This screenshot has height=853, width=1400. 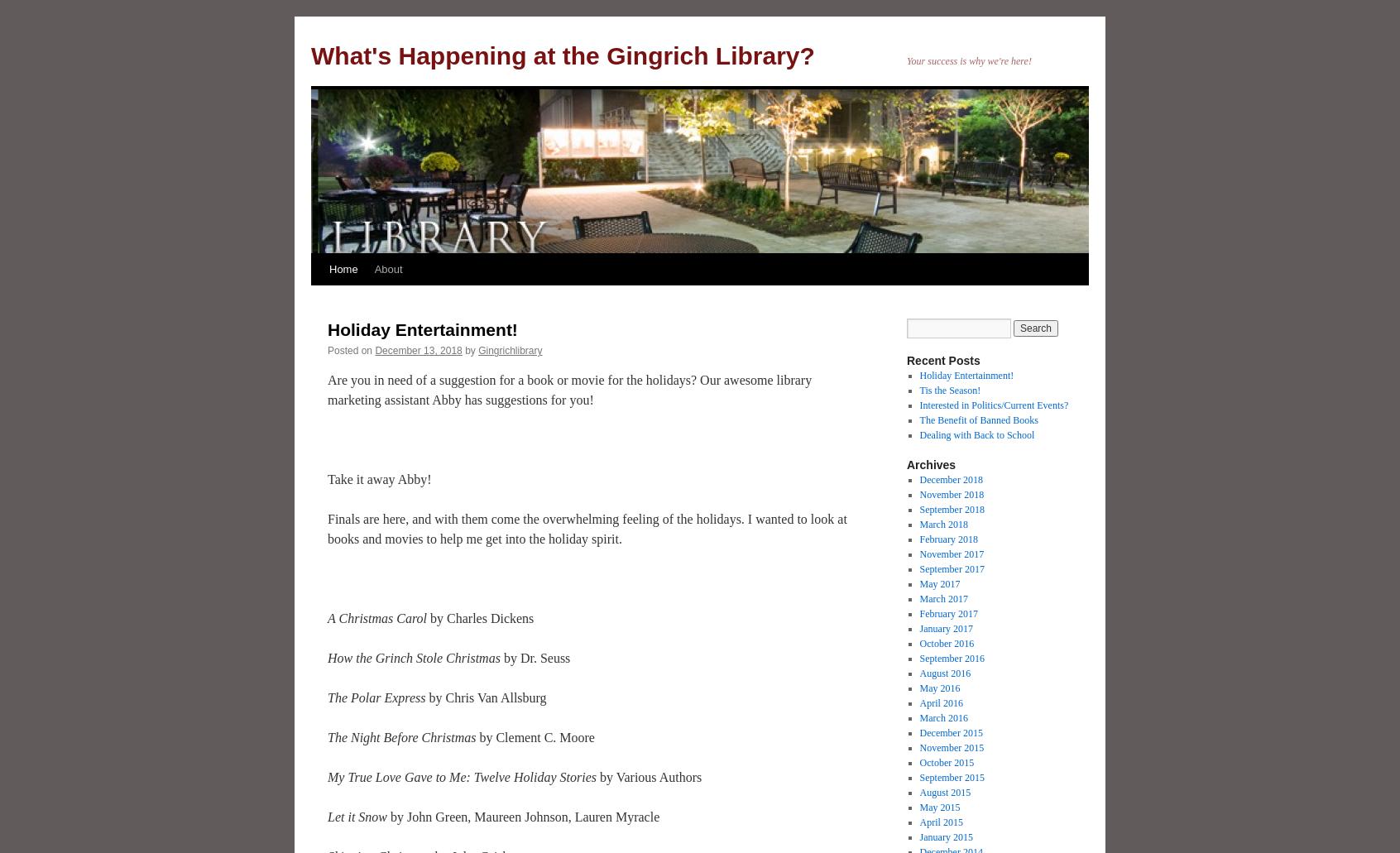 What do you see at coordinates (951, 776) in the screenshot?
I see `'September 2015'` at bounding box center [951, 776].